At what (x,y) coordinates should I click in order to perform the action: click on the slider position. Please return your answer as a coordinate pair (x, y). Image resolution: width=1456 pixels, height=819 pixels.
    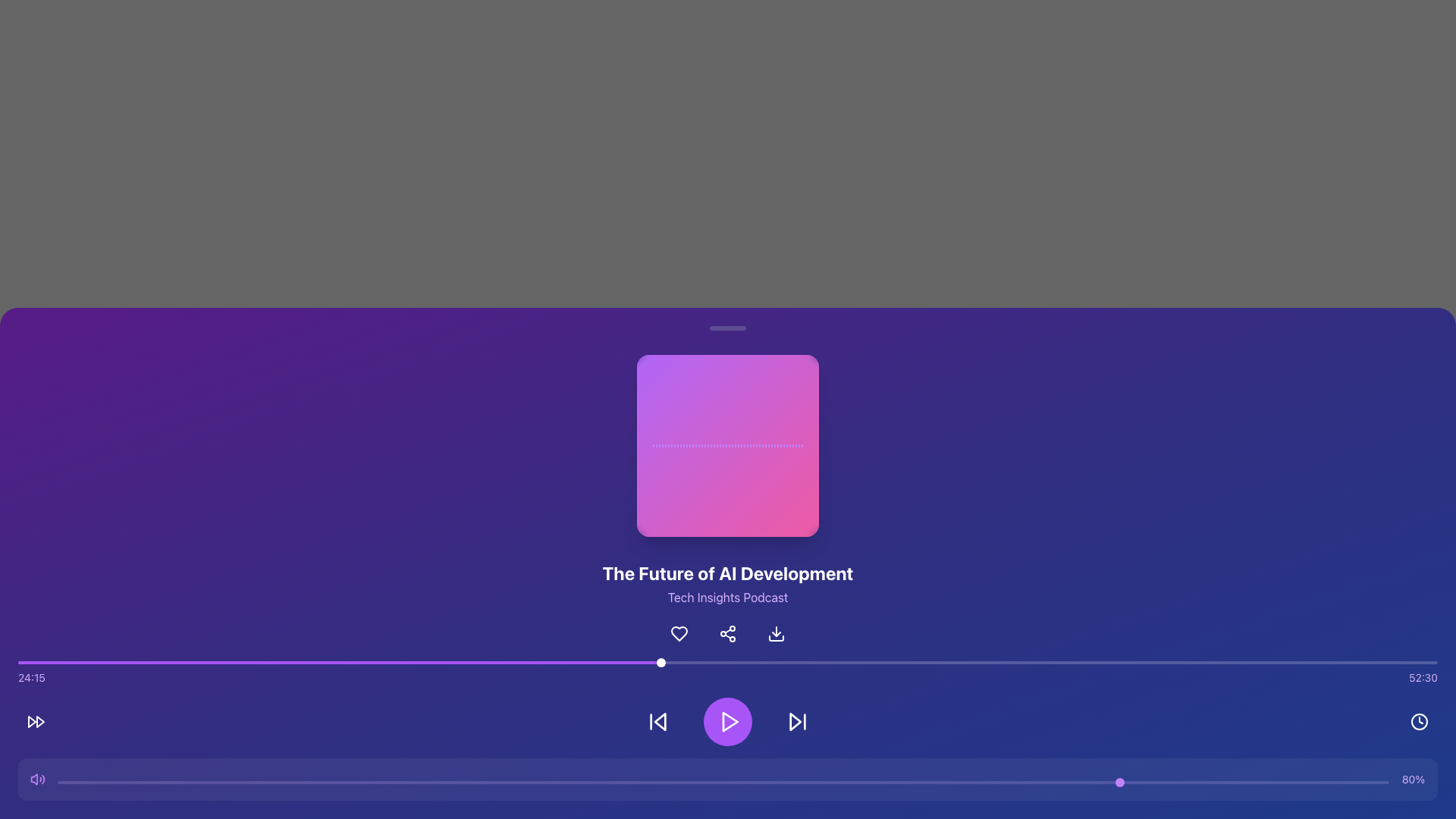
    Looking at the image, I should click on (216, 783).